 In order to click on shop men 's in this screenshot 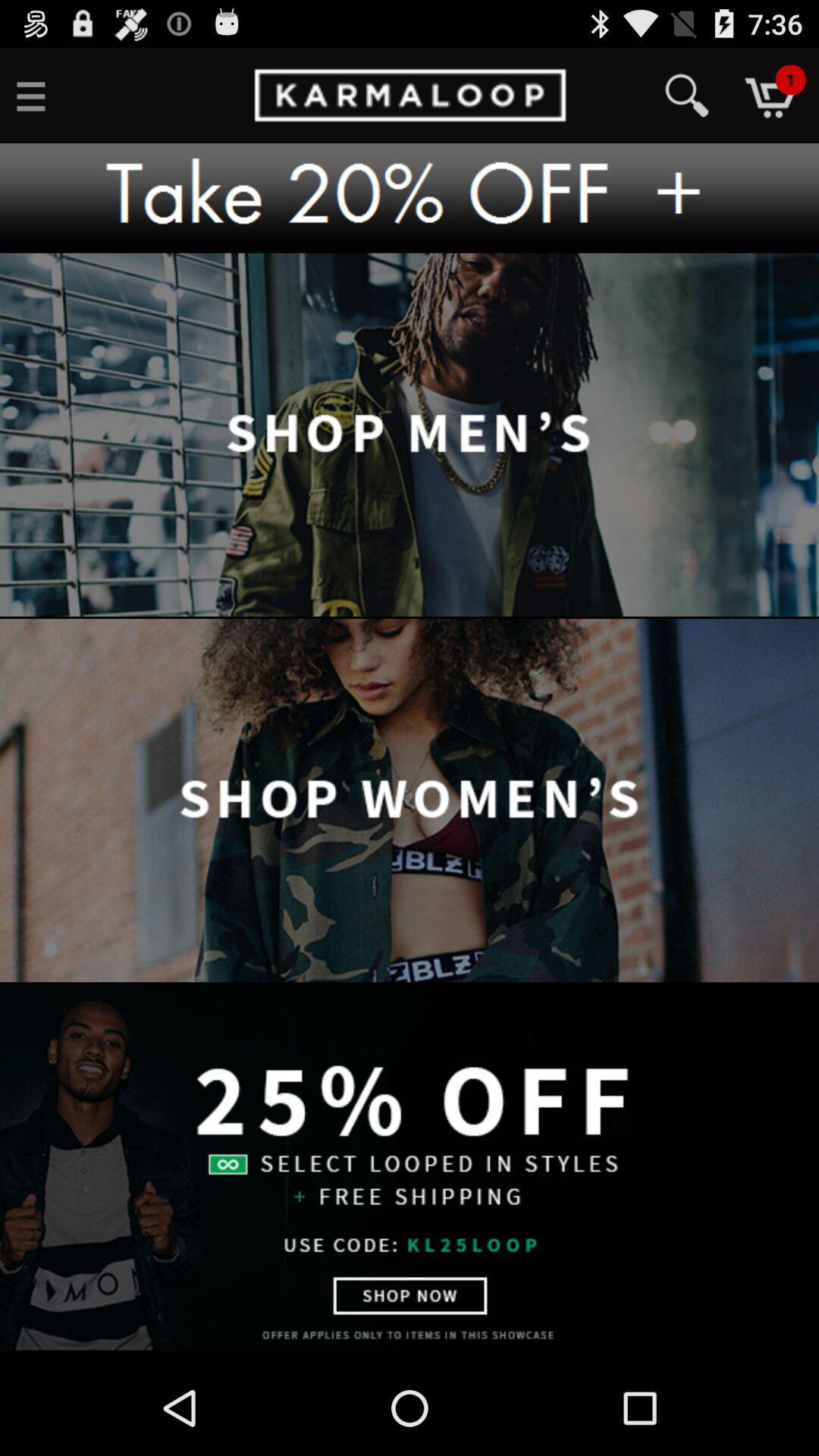, I will do `click(409, 435)`.